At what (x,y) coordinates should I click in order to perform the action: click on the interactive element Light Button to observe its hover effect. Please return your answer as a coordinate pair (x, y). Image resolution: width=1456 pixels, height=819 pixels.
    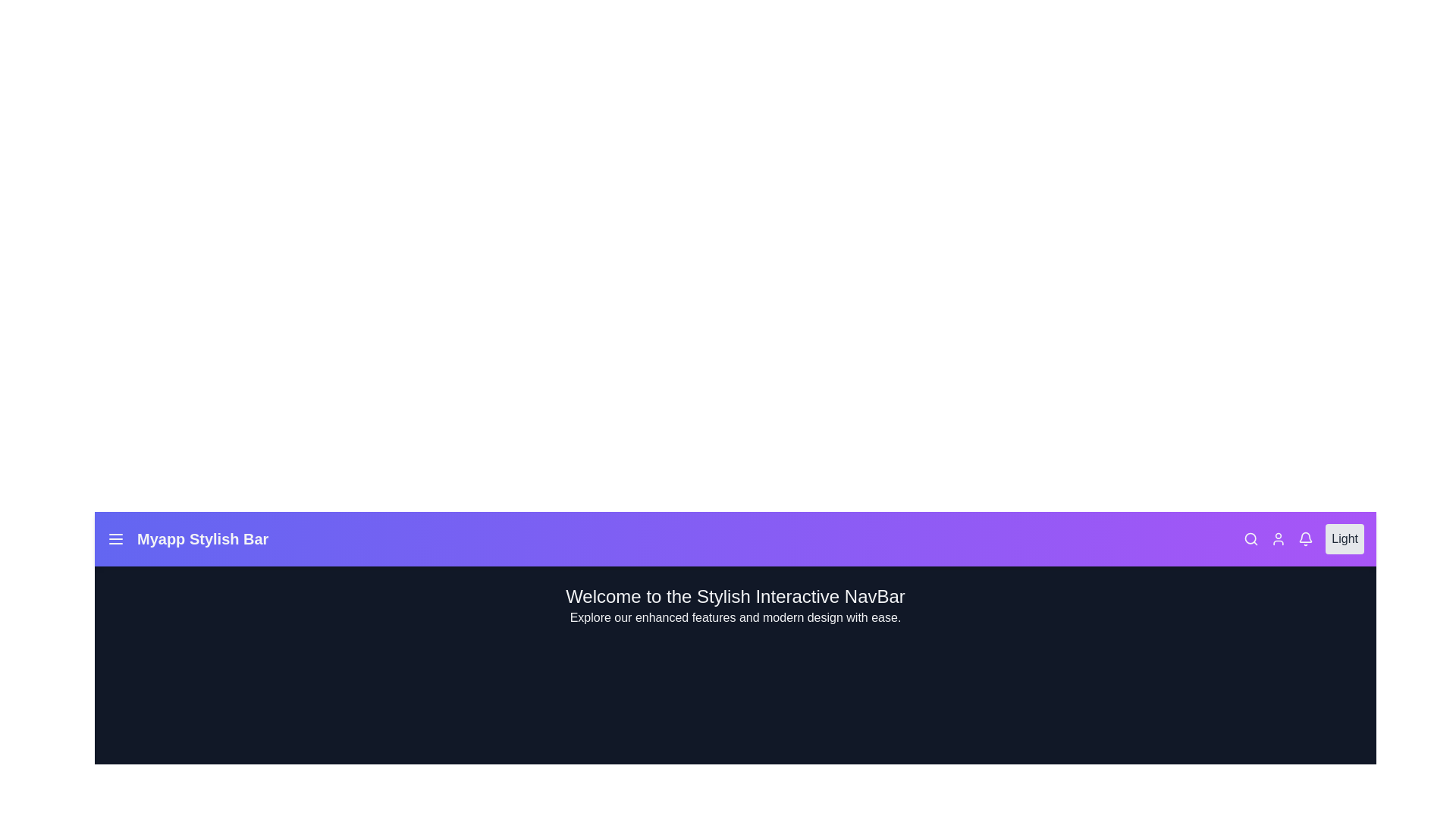
    Looking at the image, I should click on (1344, 538).